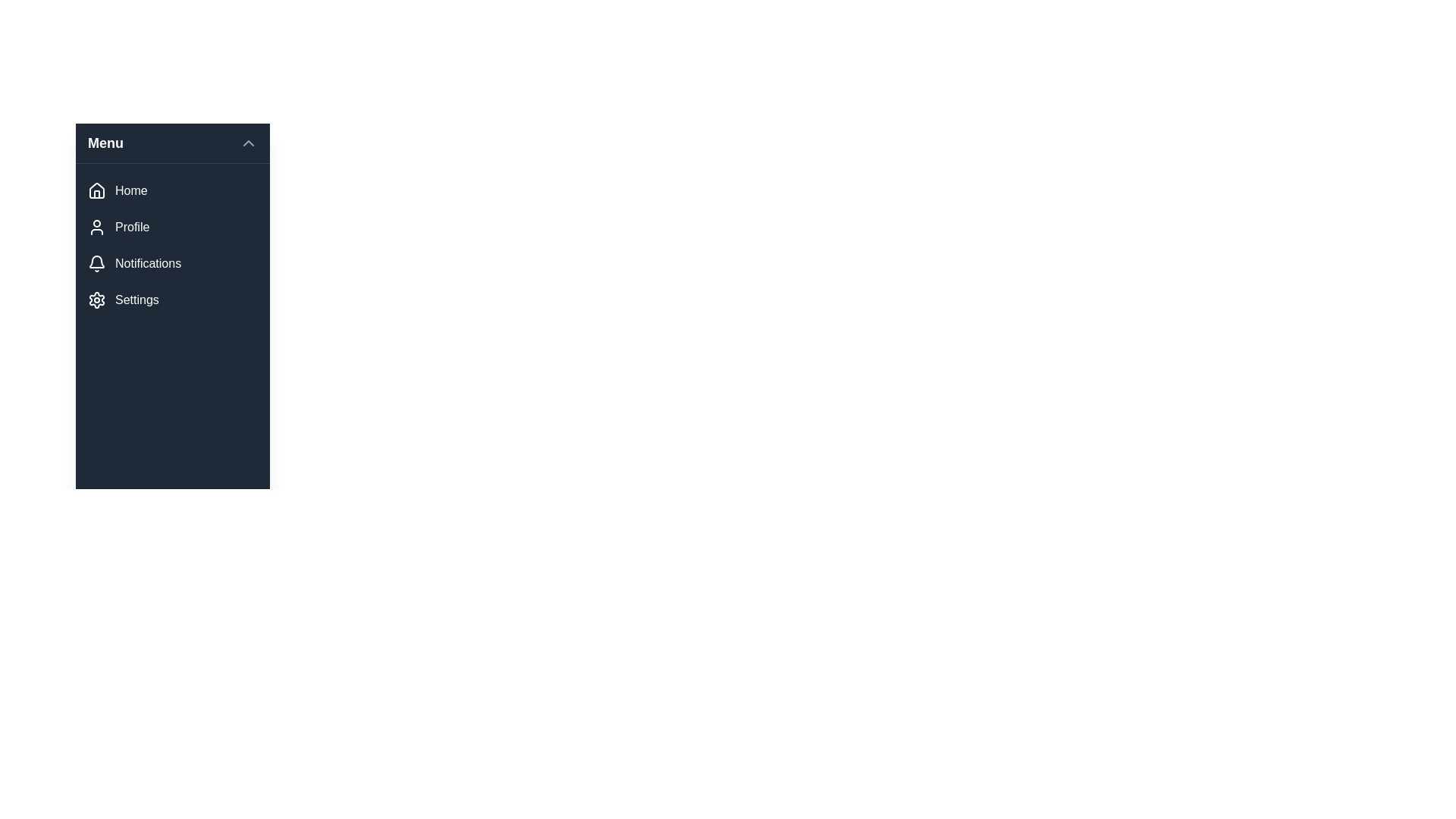 The width and height of the screenshot is (1456, 819). I want to click on the 'Home' menu icon, which is the first item in the menu list, aligned with the 'Home' text label, so click(96, 190).